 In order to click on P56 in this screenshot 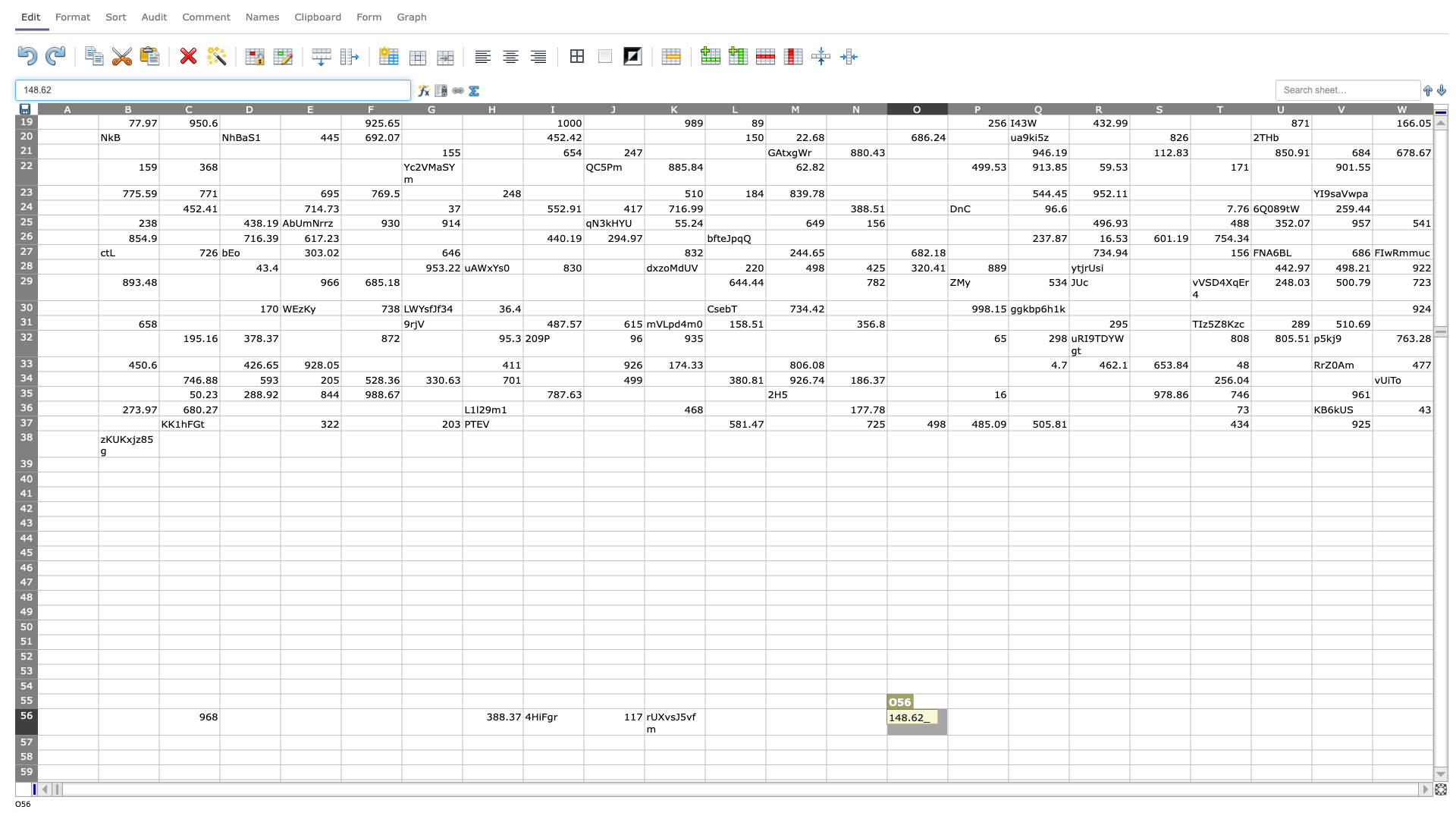, I will do `click(978, 721)`.